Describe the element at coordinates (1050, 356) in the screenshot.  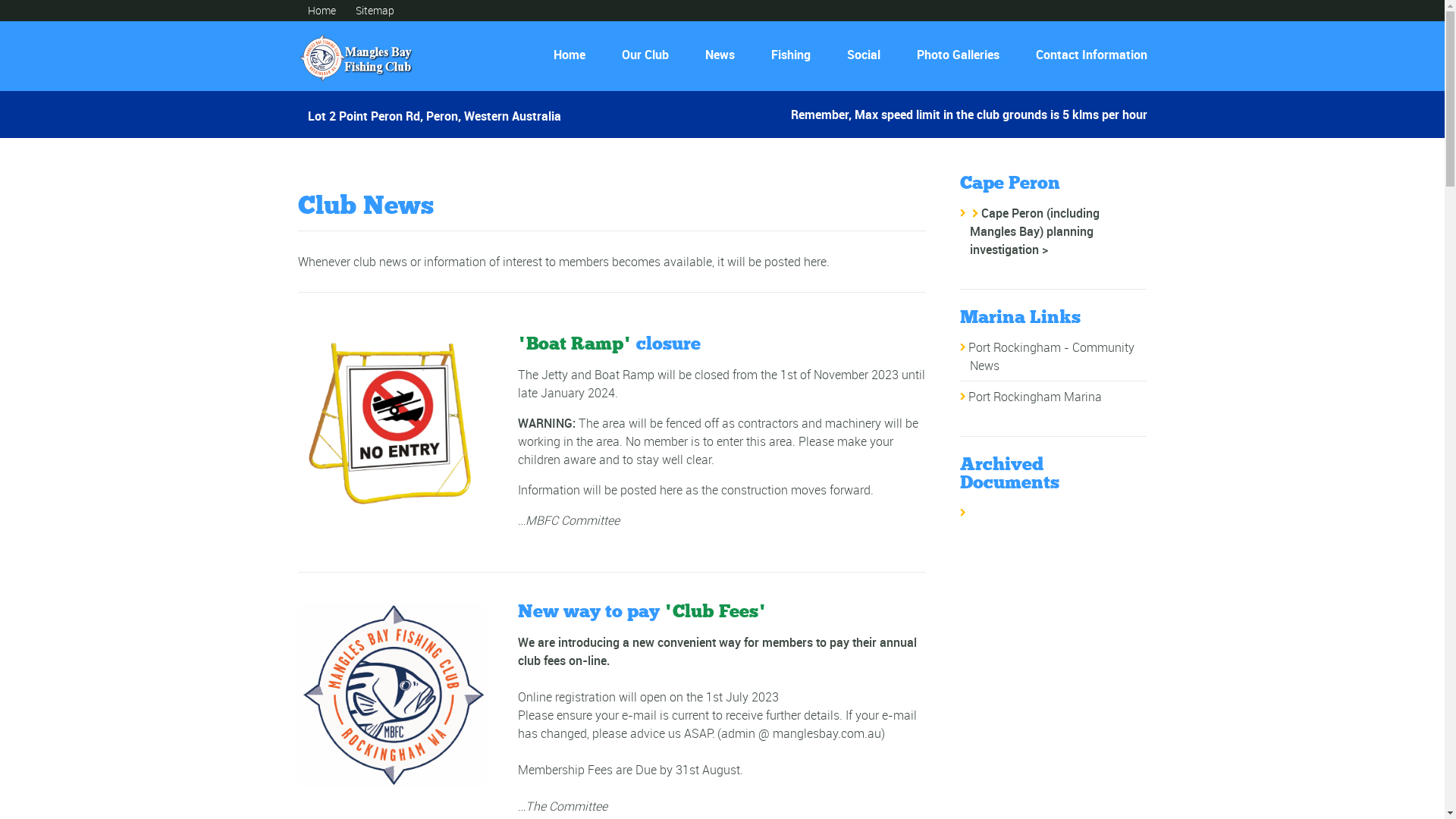
I see `'Port Rockingham - Community News'` at that location.